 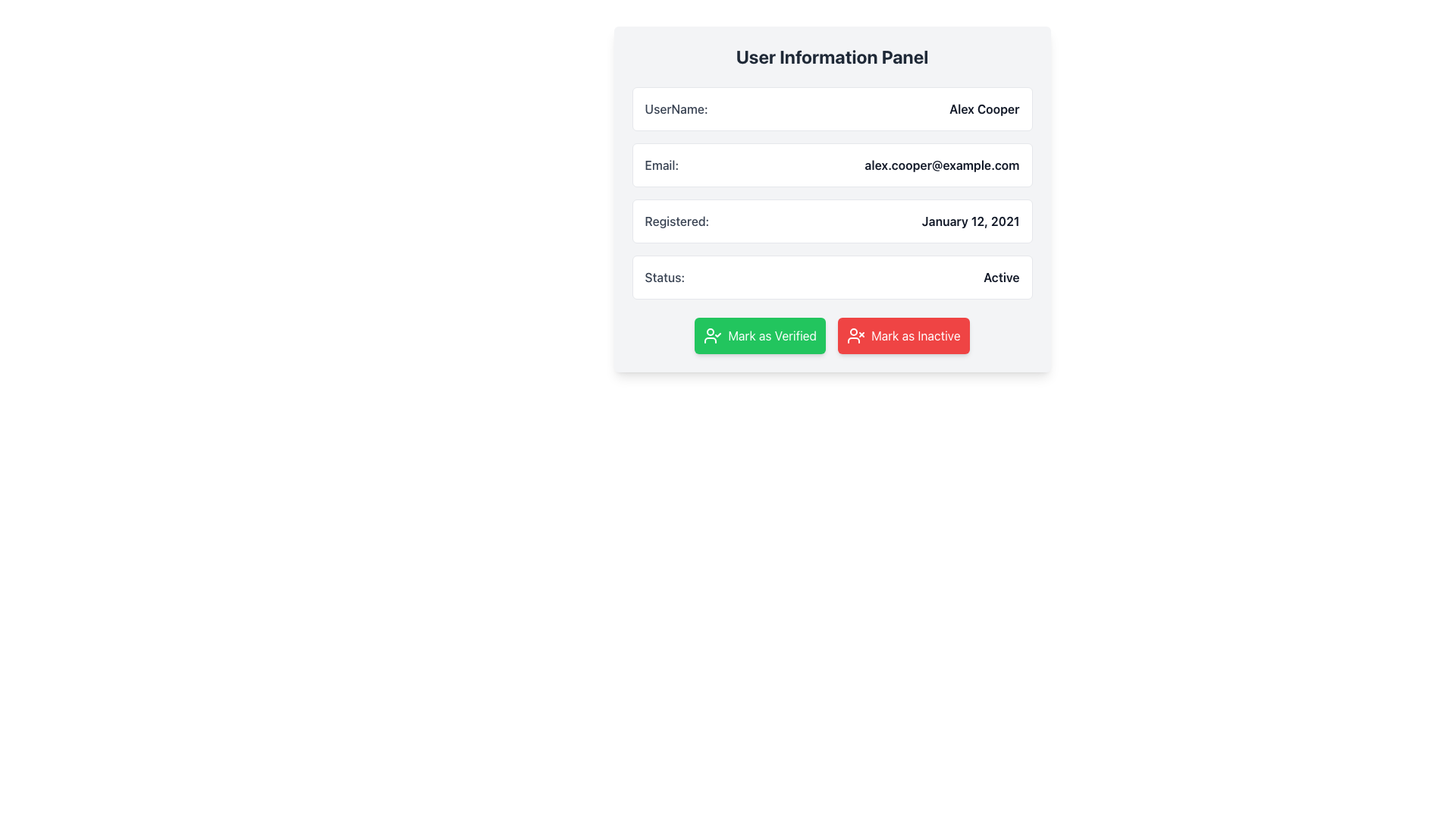 I want to click on the text label displaying 'January 12, 2021' in the user profile panel, which is styled in bold, dark gray font and positioned next to the 'Registered:' label, so click(x=971, y=221).